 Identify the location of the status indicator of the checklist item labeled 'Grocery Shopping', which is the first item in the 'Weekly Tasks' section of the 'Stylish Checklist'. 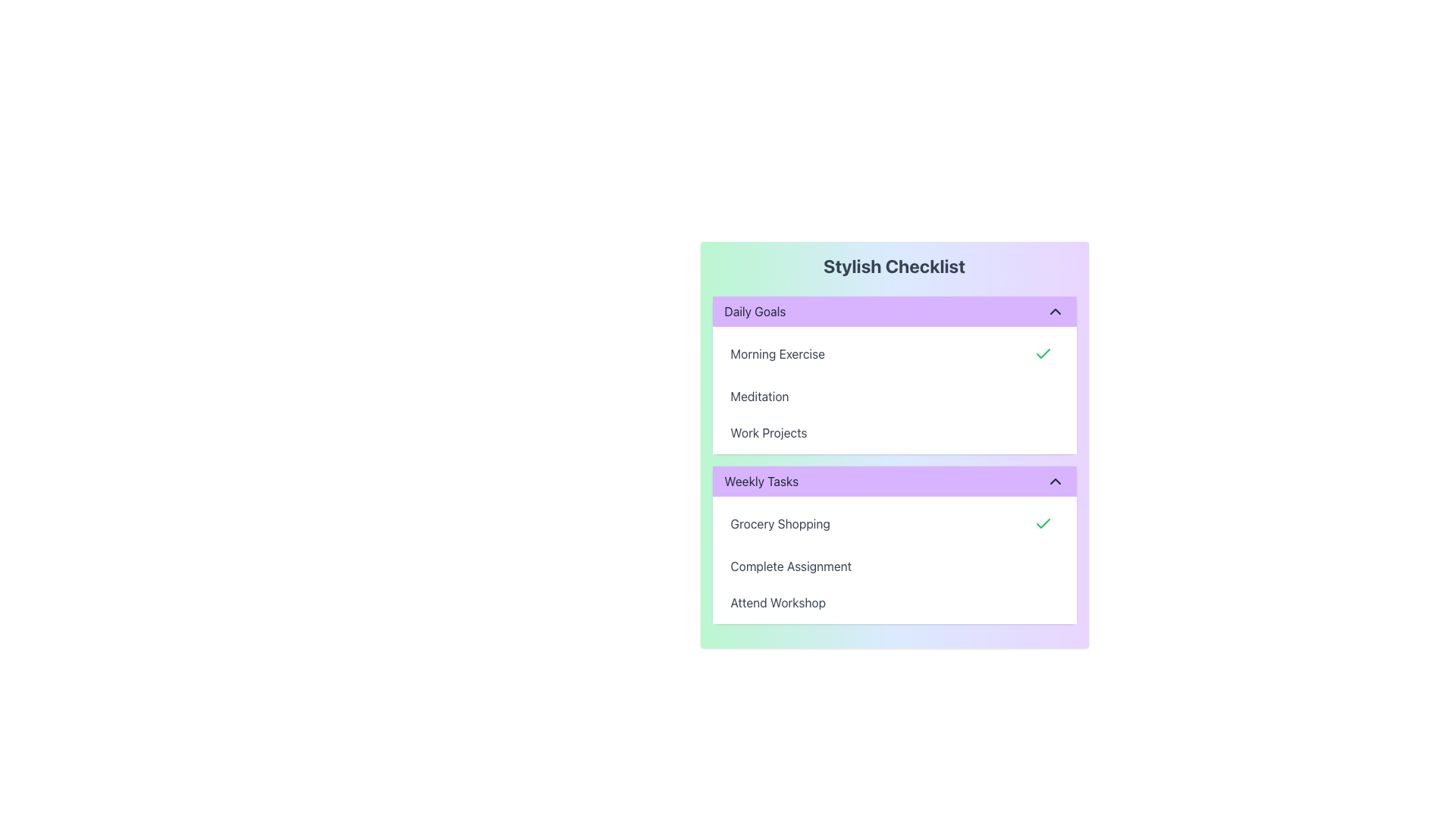
(894, 522).